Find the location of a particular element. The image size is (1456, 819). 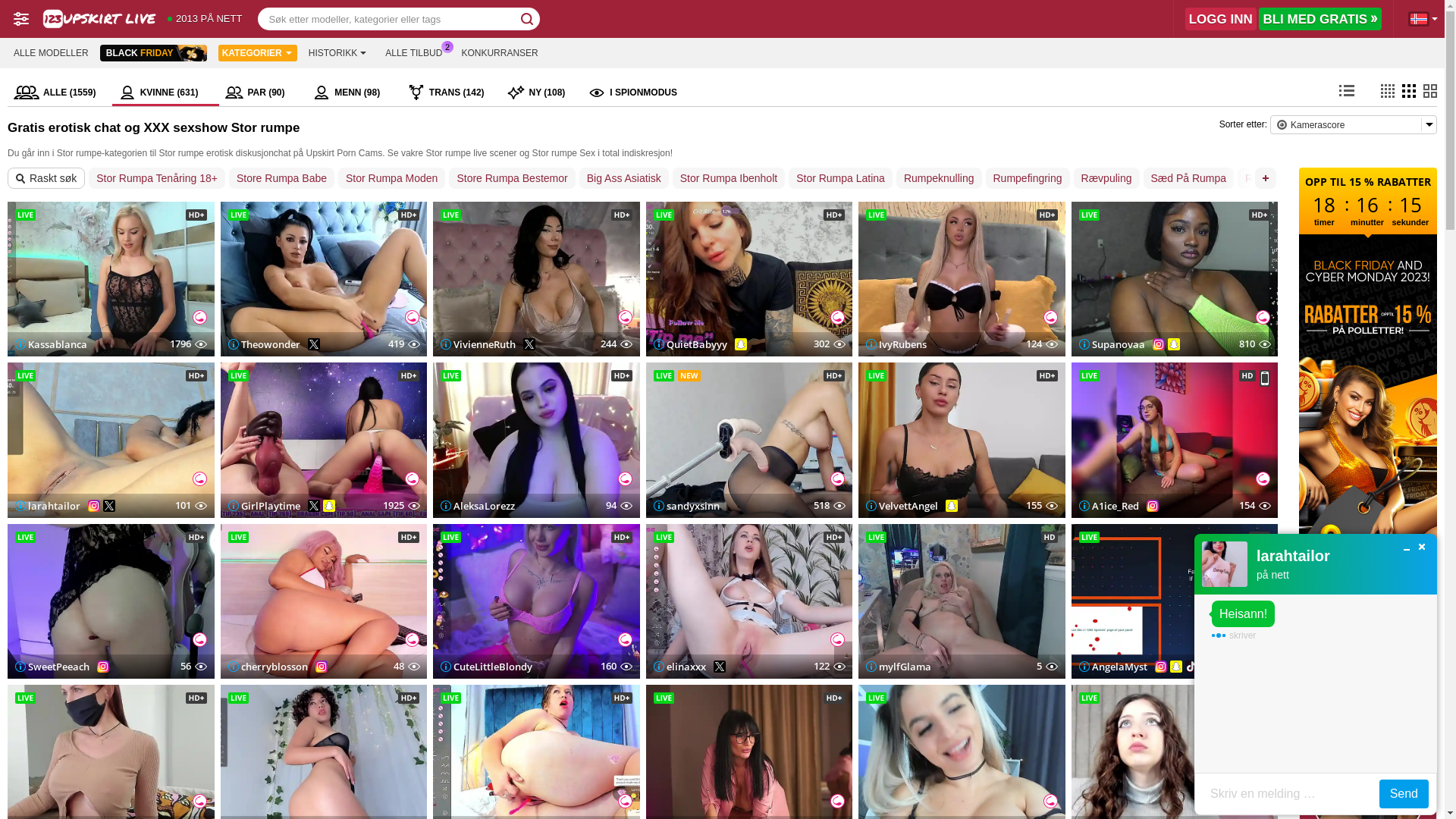

'LOGG INN' is located at coordinates (1185, 18).